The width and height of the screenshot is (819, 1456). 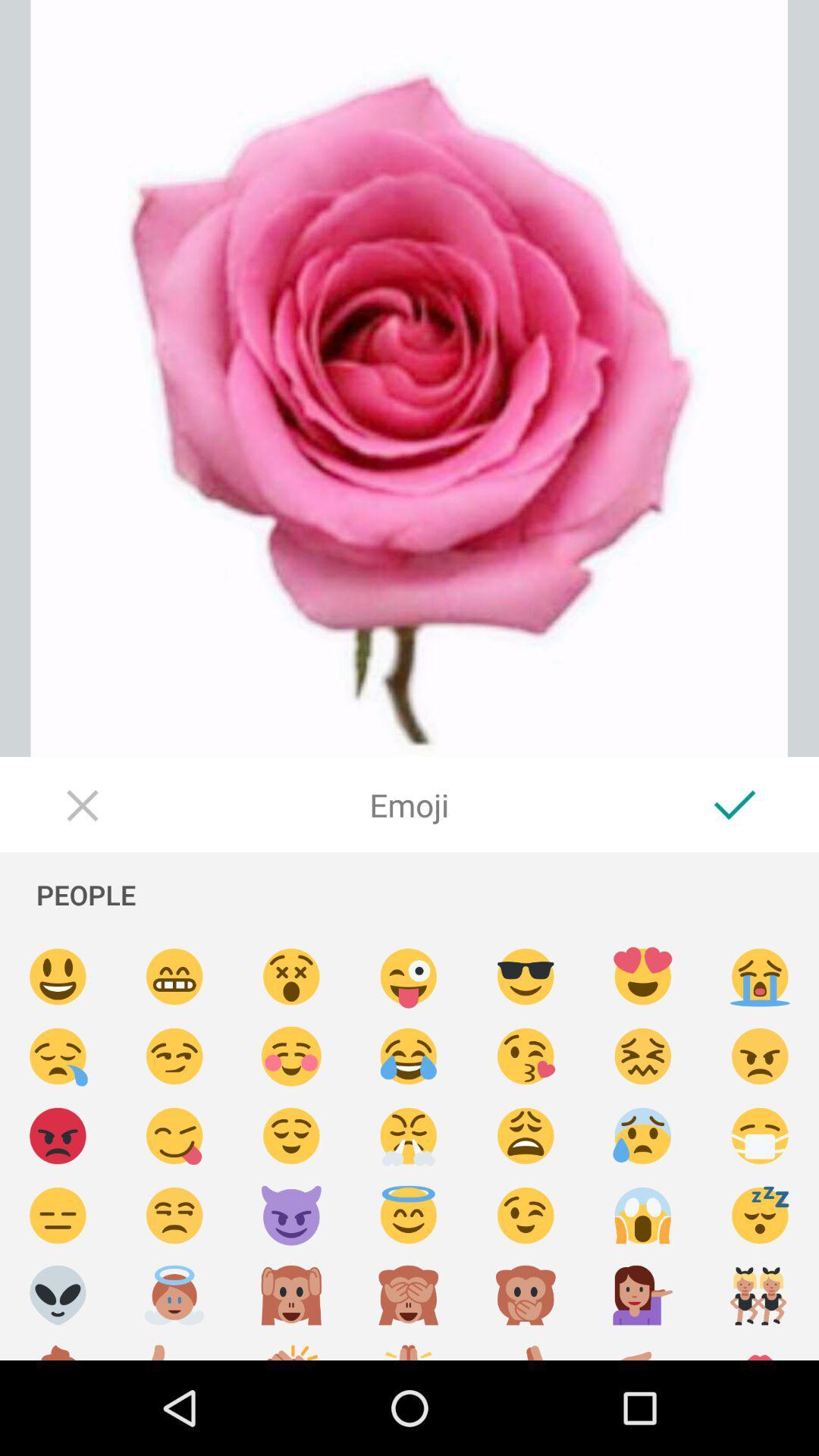 I want to click on emoji button, so click(x=525, y=977).